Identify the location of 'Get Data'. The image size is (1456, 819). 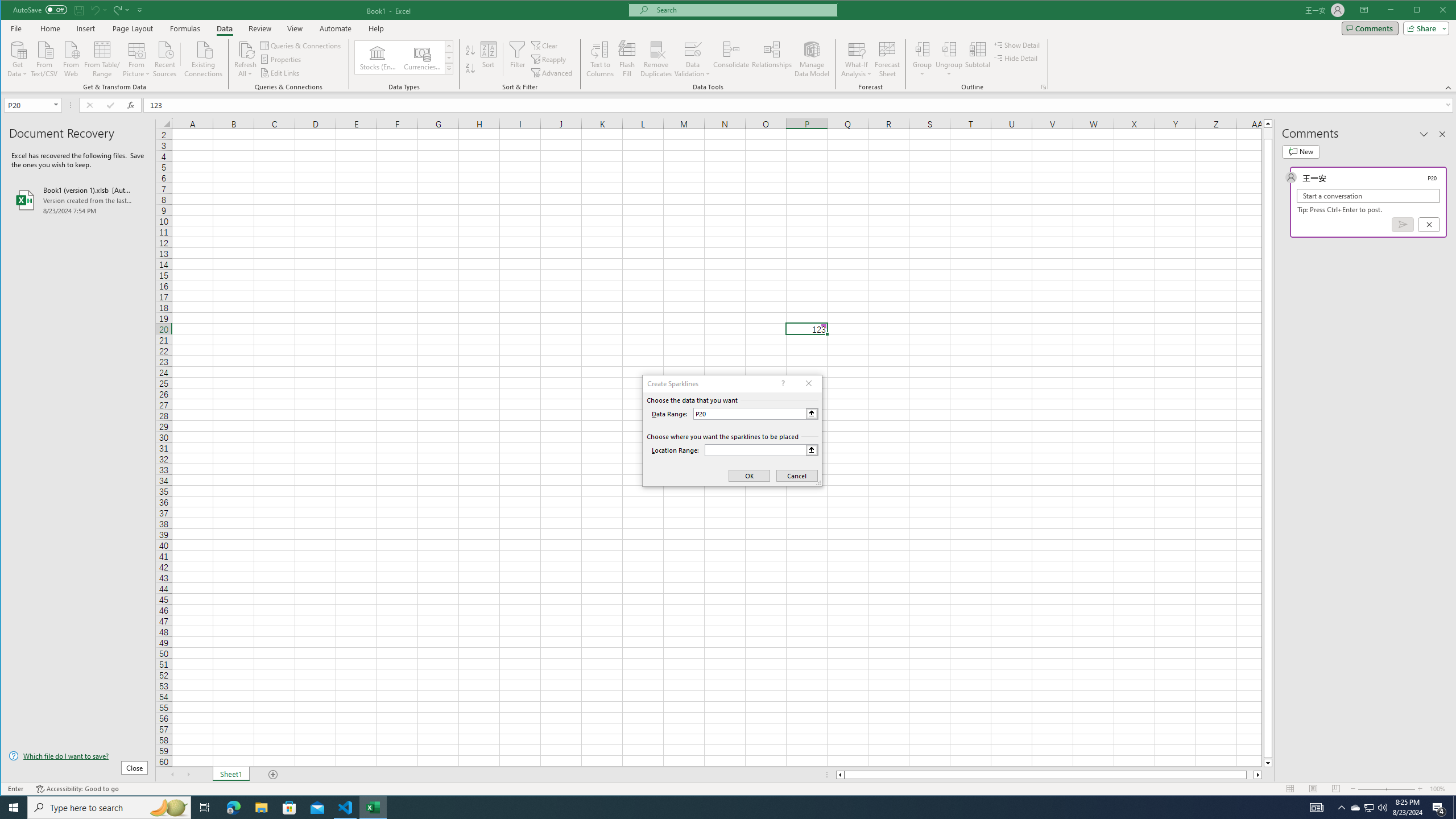
(16, 58).